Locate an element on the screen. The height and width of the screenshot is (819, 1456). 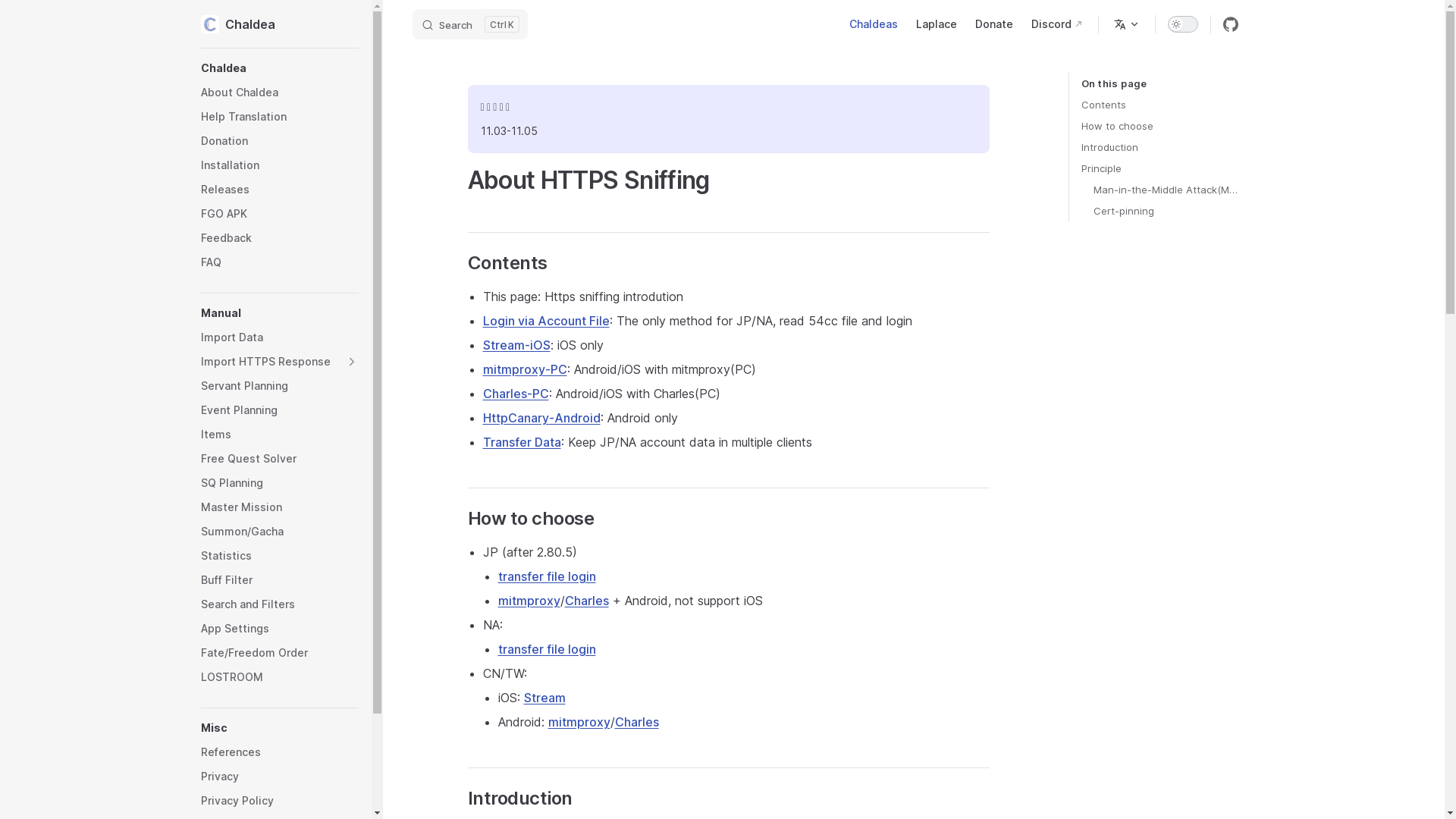
'Laplace' is located at coordinates (935, 24).